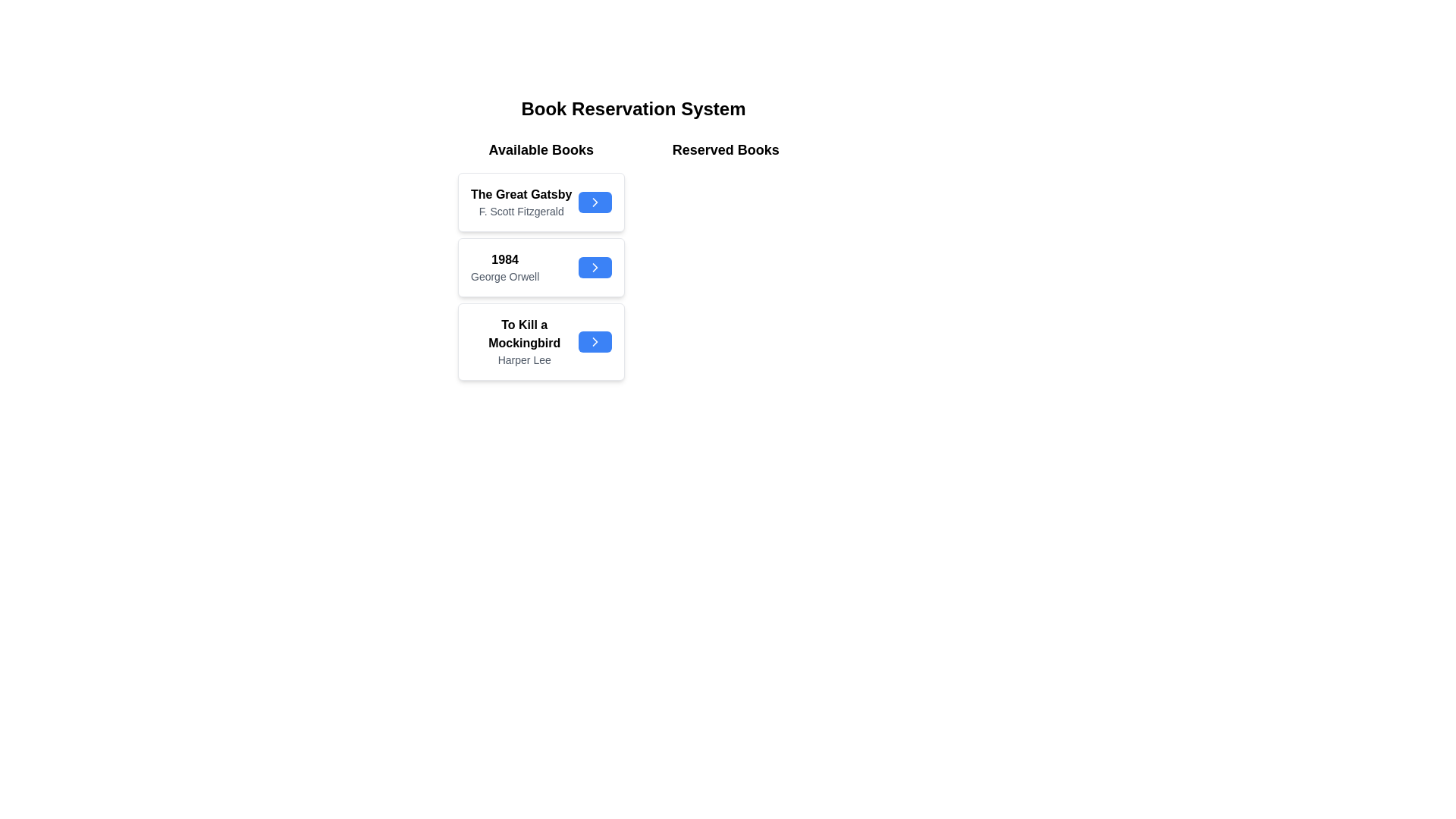  What do you see at coordinates (541, 262) in the screenshot?
I see `the list item displaying the title '1984' and the author's name 'George Orwell'` at bounding box center [541, 262].